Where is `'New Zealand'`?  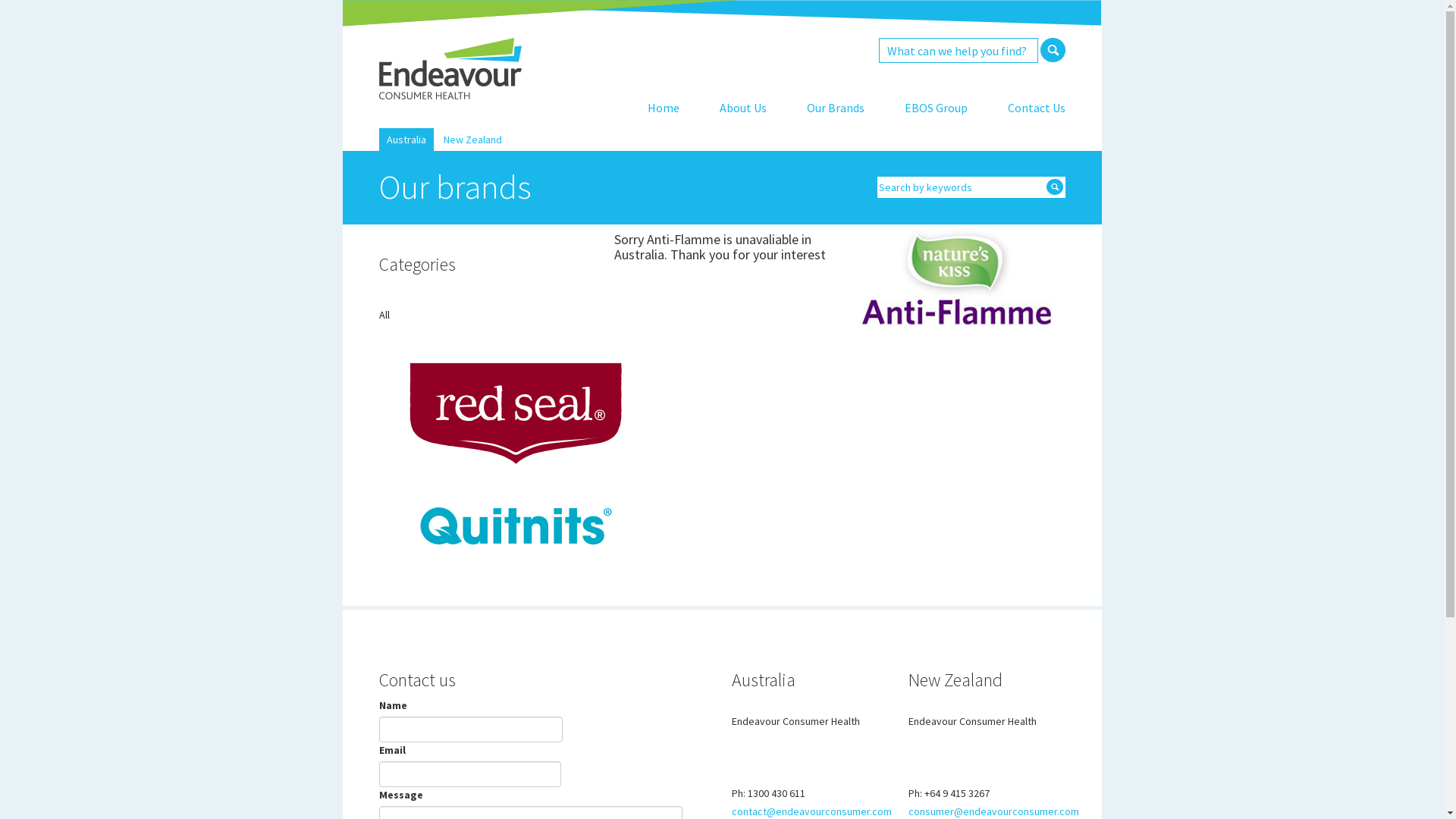 'New Zealand' is located at coordinates (472, 140).